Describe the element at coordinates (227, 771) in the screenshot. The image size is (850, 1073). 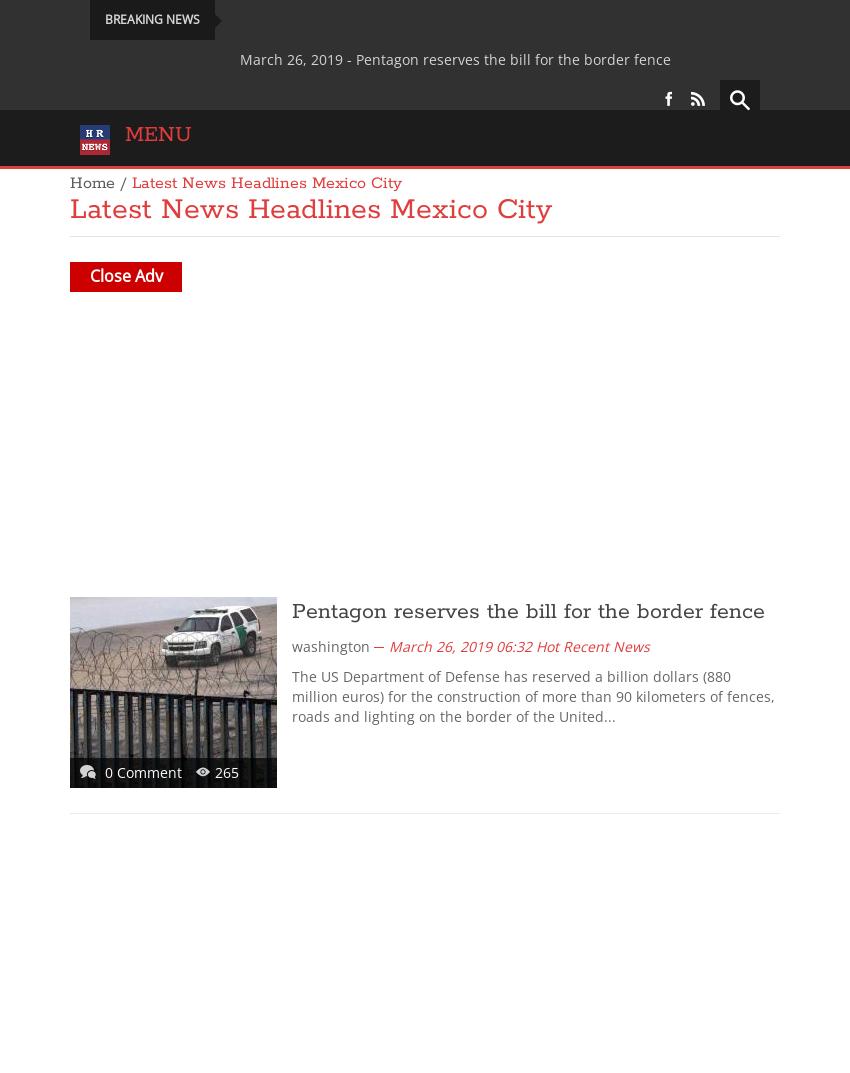
I see `'265'` at that location.